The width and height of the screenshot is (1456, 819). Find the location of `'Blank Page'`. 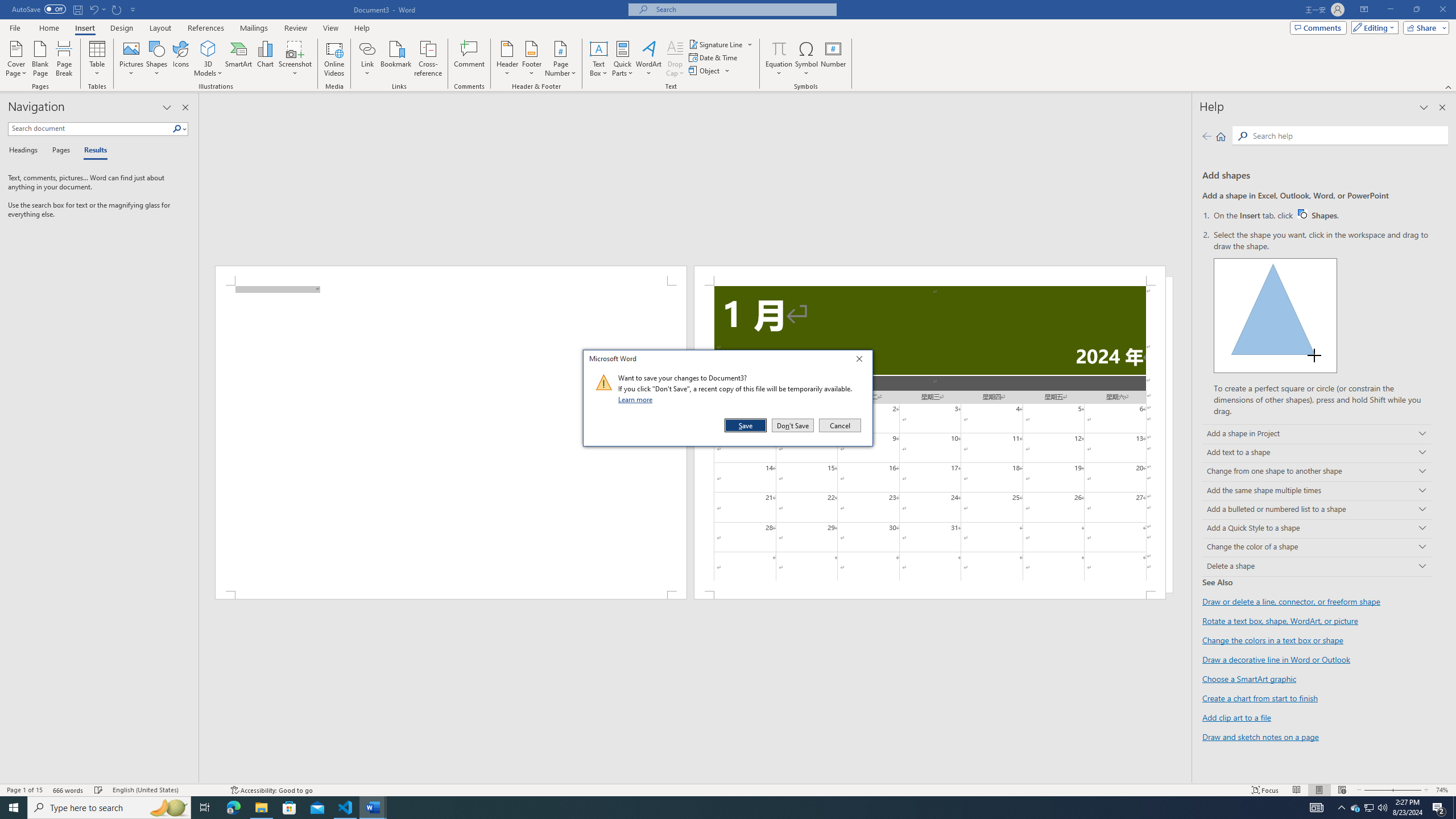

'Blank Page' is located at coordinates (40, 59).